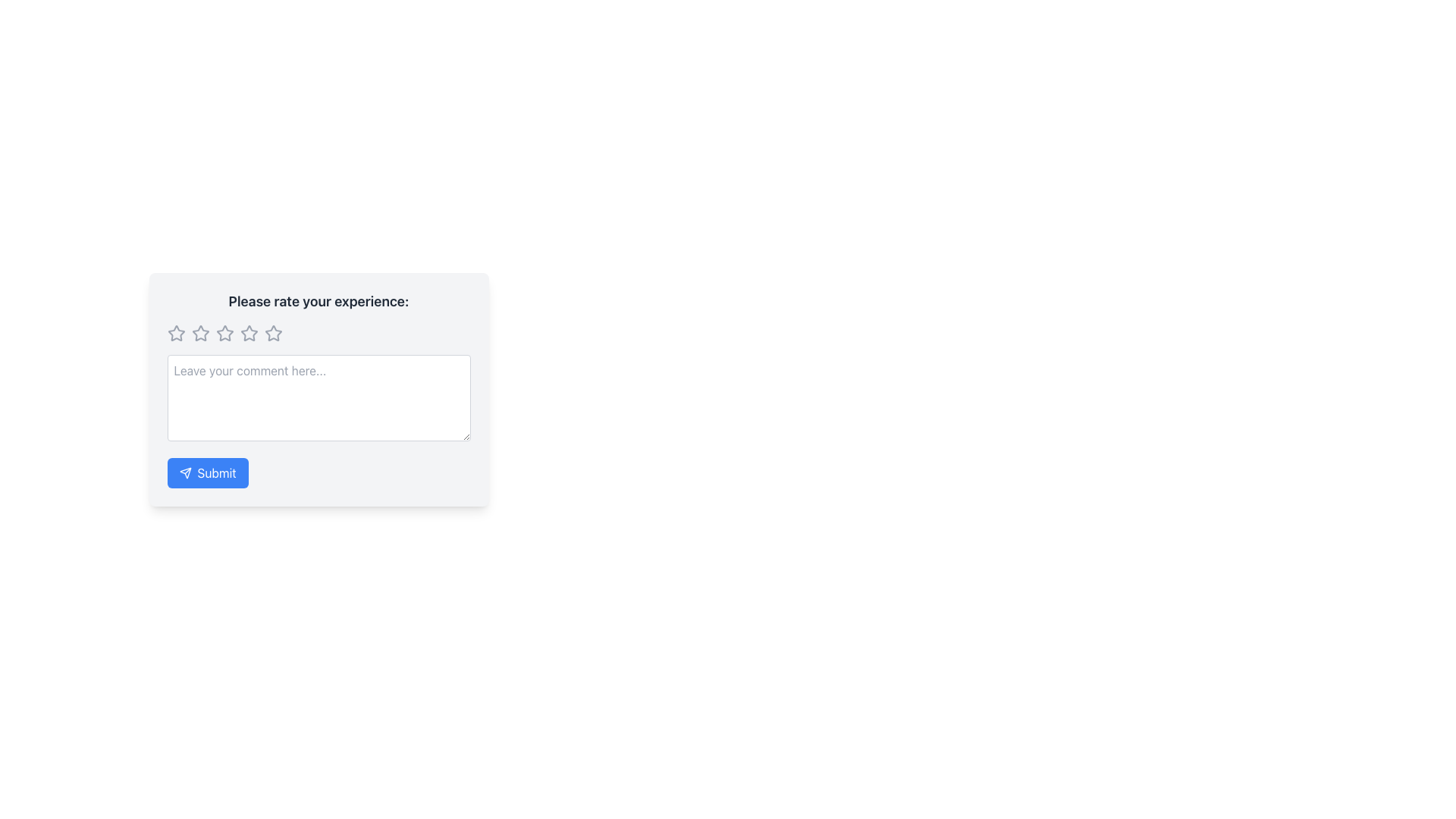  Describe the element at coordinates (249, 332) in the screenshot. I see `the fourth star icon in the rating set` at that location.